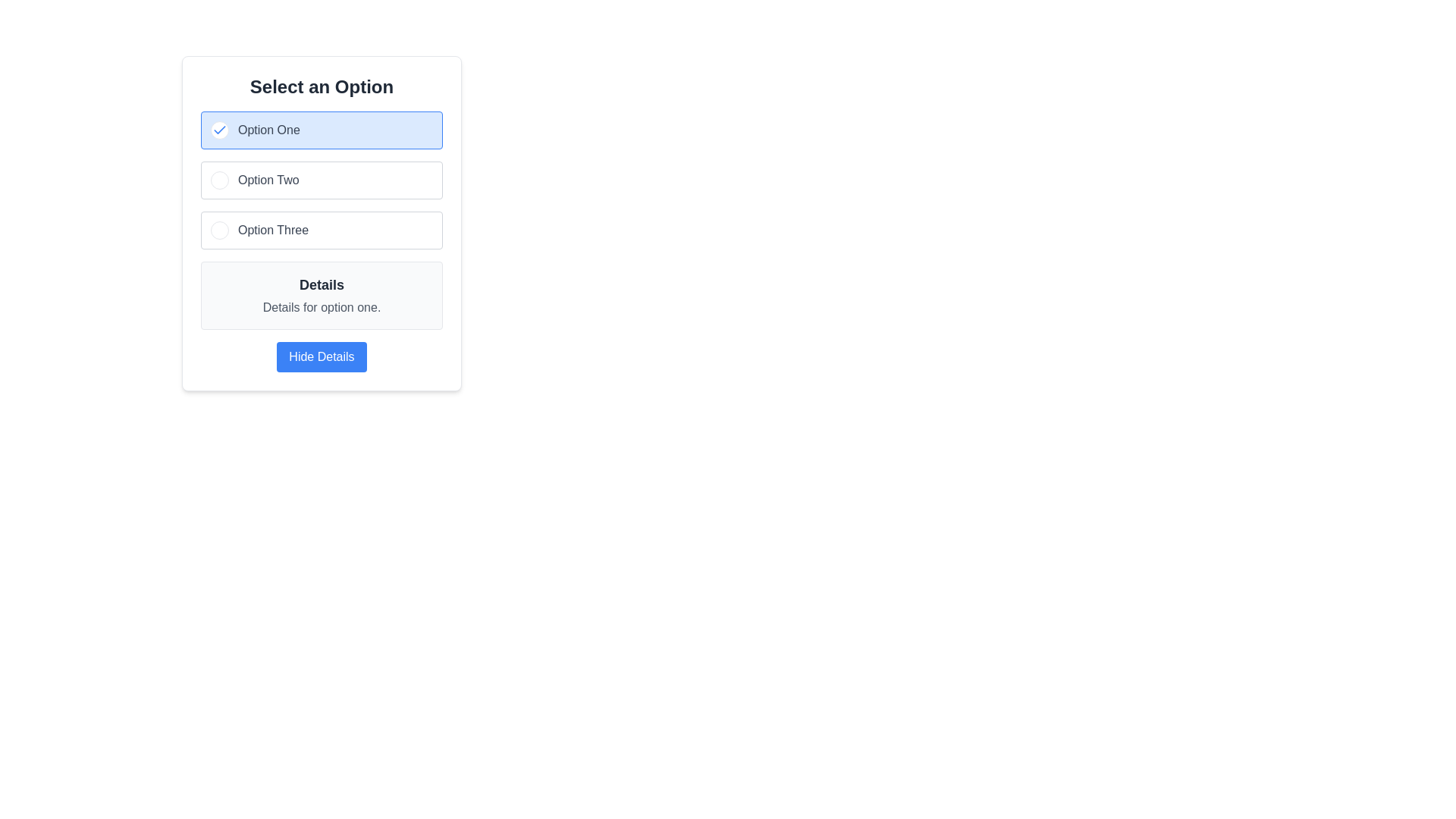  Describe the element at coordinates (321, 87) in the screenshot. I see `the Text header located at the top of the white-bordered panel, which serves as a title indicating the purpose of the content below` at that location.